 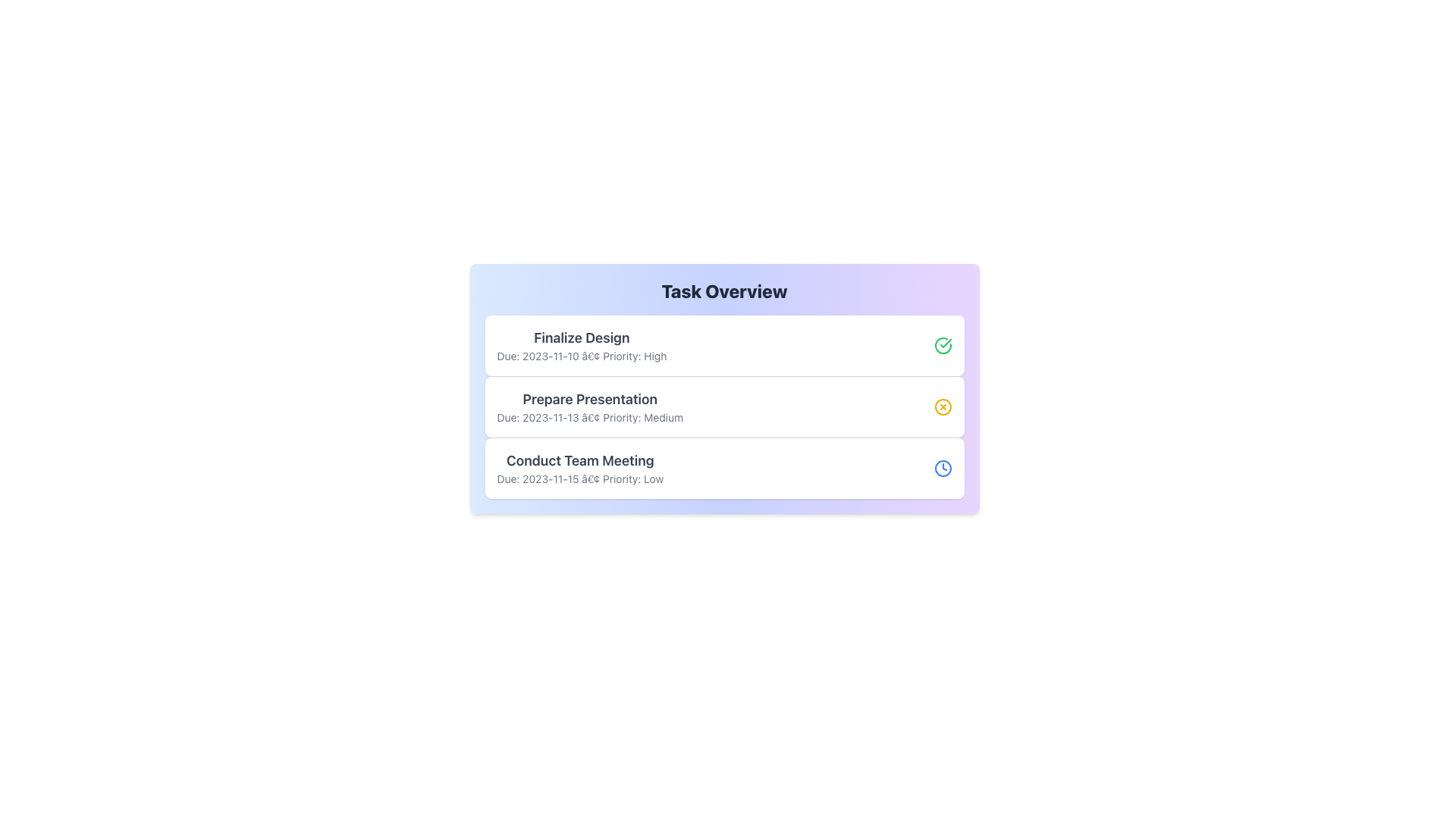 What do you see at coordinates (723, 388) in the screenshot?
I see `the second task card in the task list, which has a gradient background and is titled 'Task Overview', to interact with the tasks` at bounding box center [723, 388].